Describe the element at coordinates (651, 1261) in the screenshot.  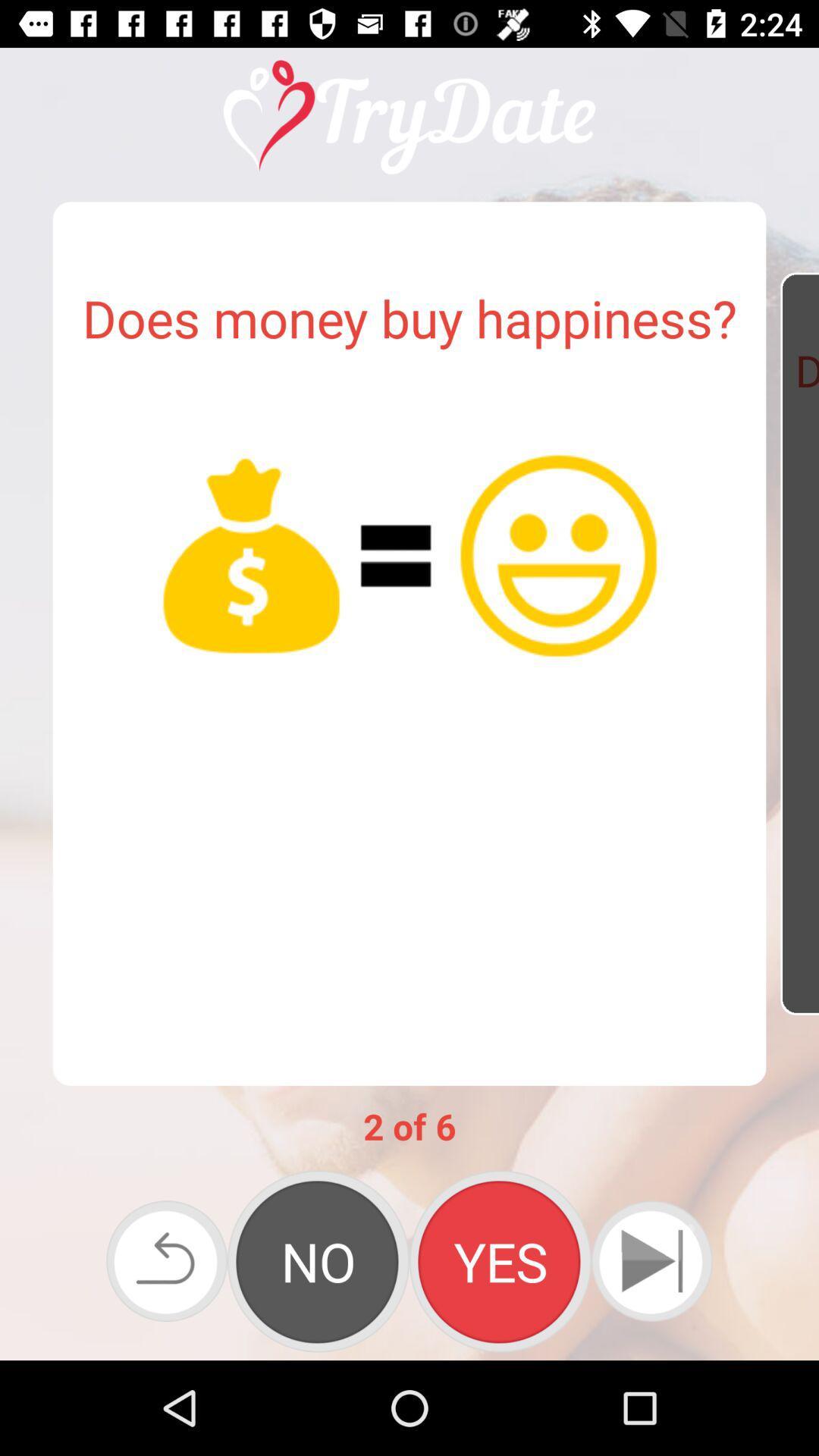
I see `the skip_next icon` at that location.